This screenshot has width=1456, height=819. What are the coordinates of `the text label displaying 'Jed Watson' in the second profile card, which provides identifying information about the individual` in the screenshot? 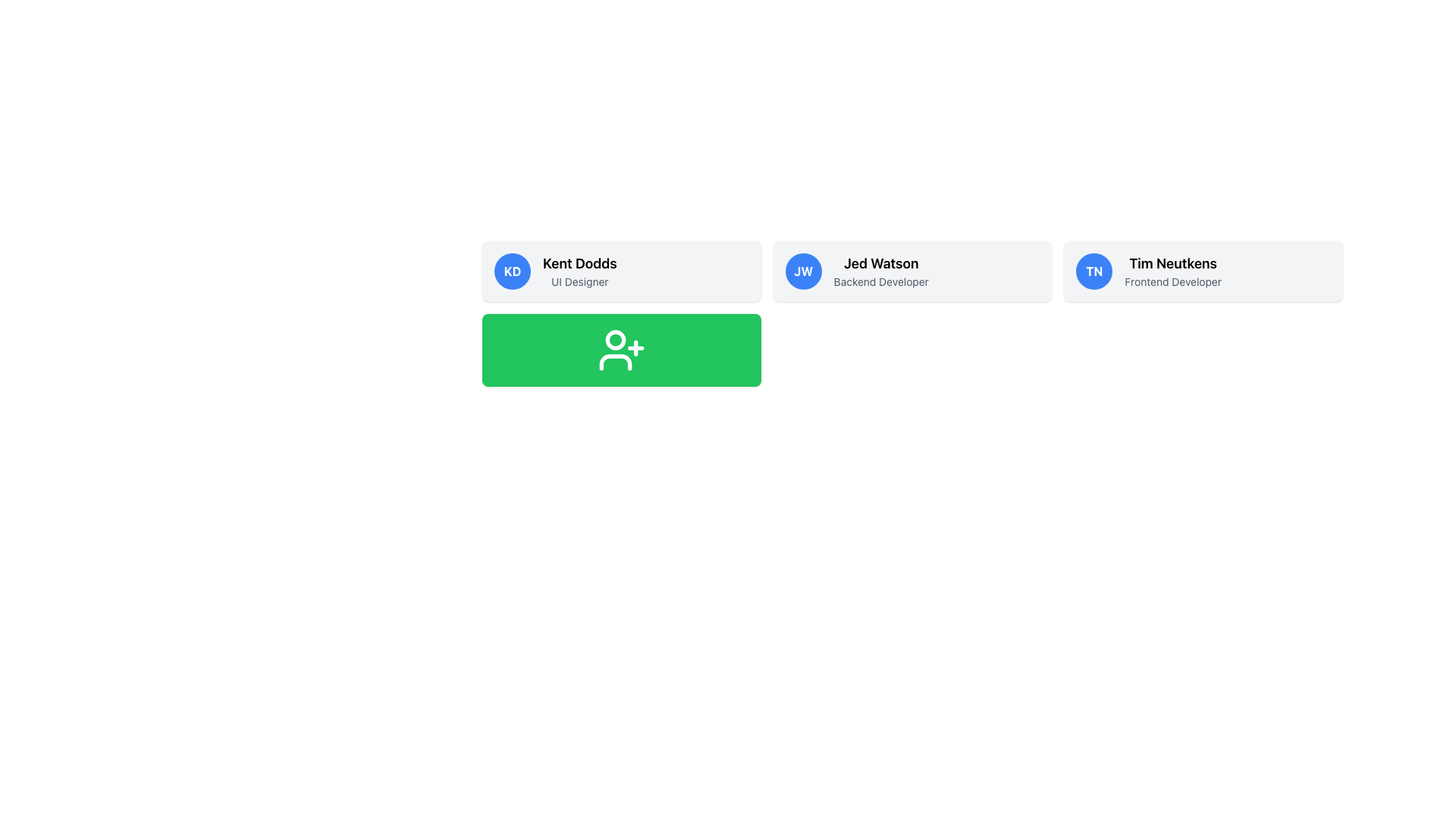 It's located at (881, 271).